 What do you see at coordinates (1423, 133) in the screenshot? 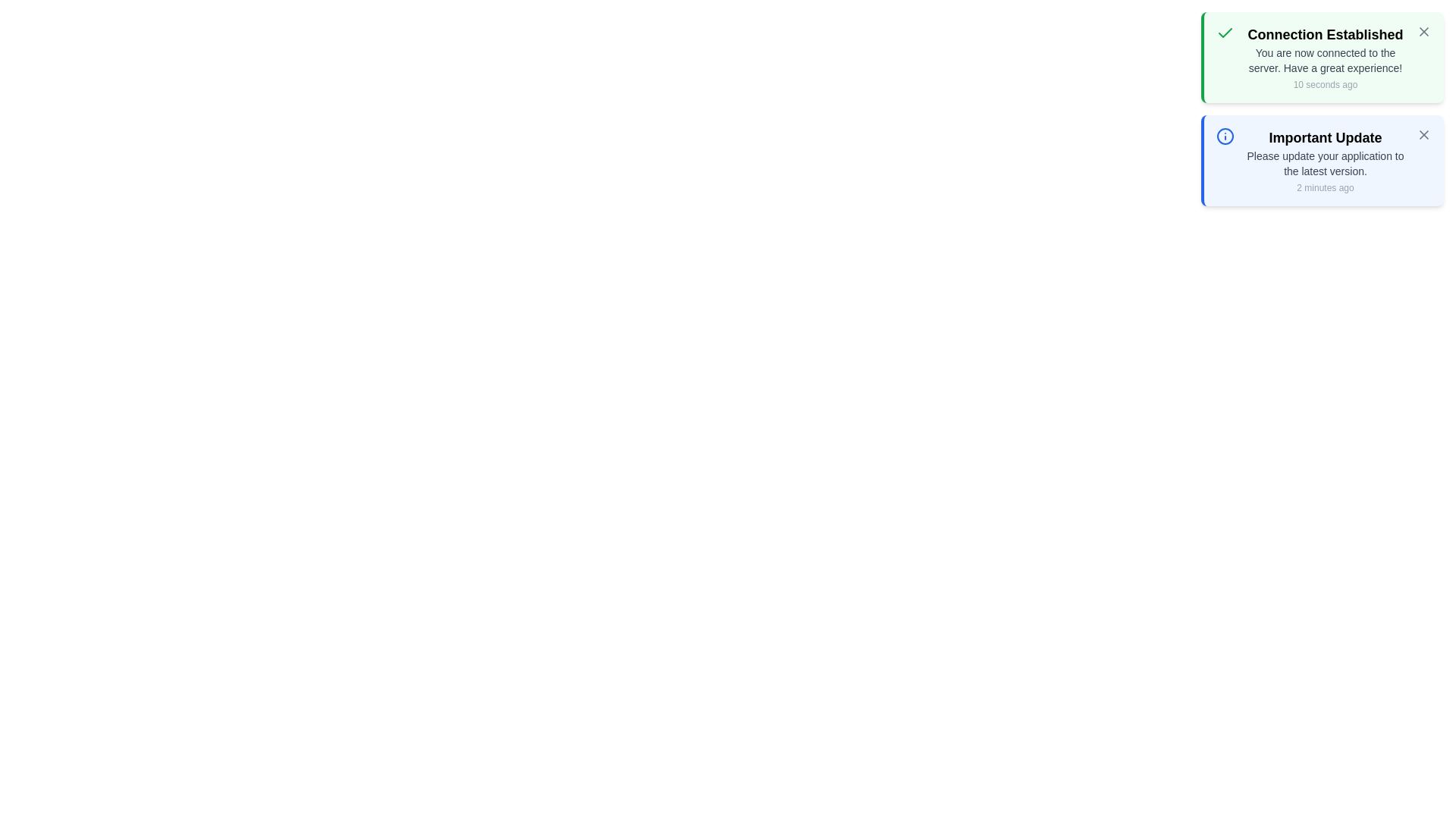
I see `close button of the notification with title 'Important Update'` at bounding box center [1423, 133].